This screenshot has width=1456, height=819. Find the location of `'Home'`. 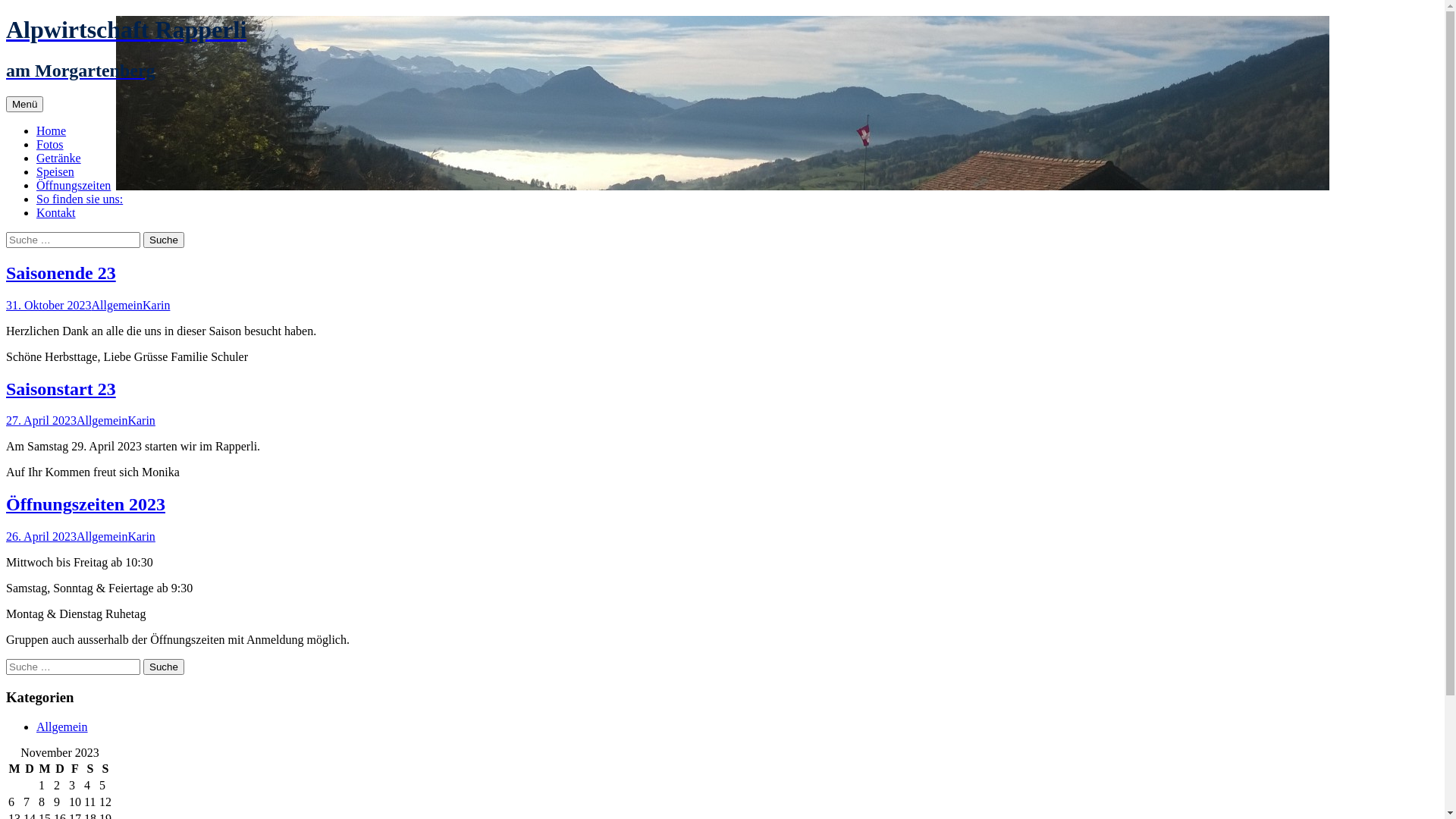

'Home' is located at coordinates (51, 130).